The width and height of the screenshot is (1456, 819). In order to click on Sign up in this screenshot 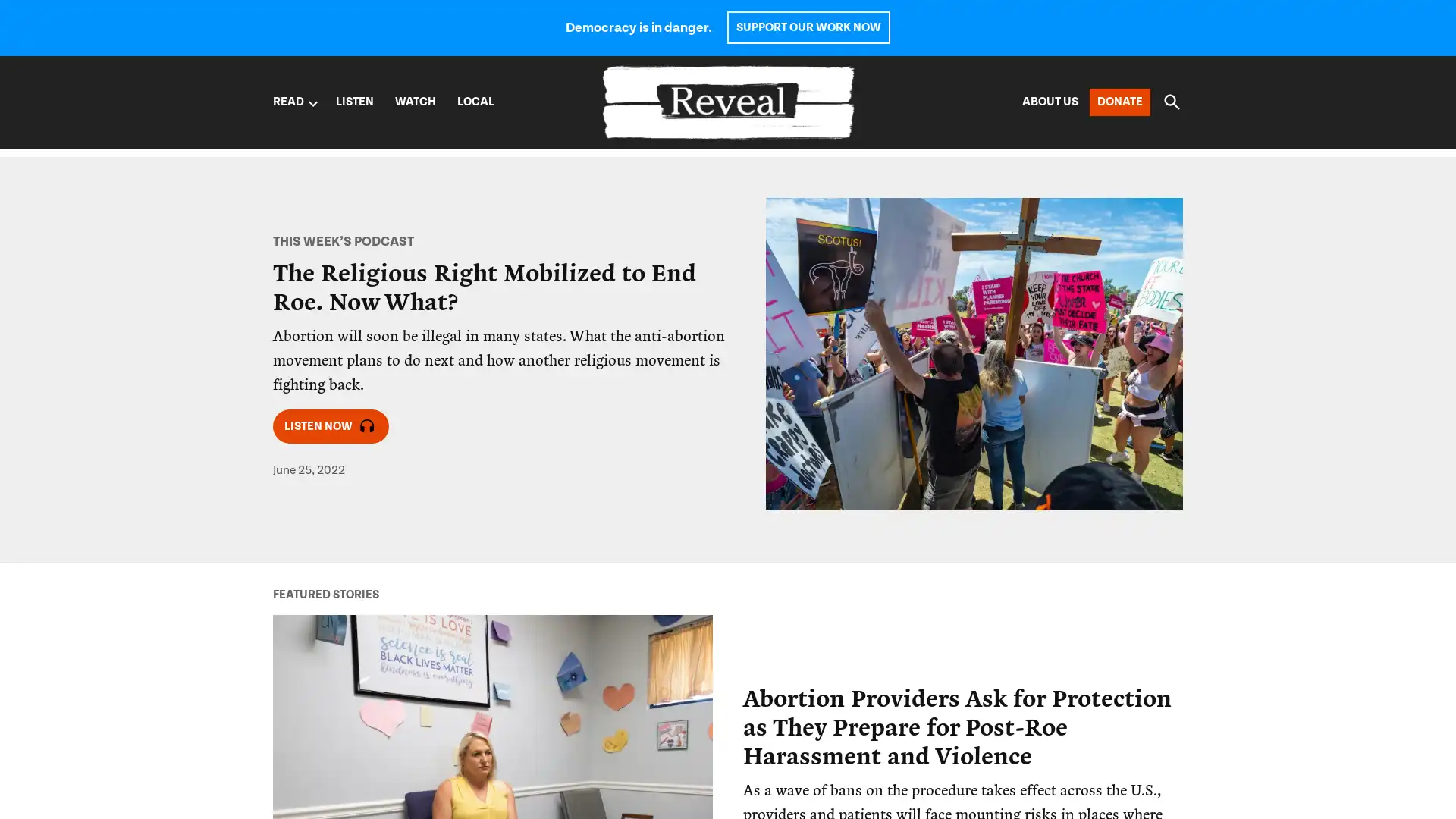, I will do `click(775, 646)`.